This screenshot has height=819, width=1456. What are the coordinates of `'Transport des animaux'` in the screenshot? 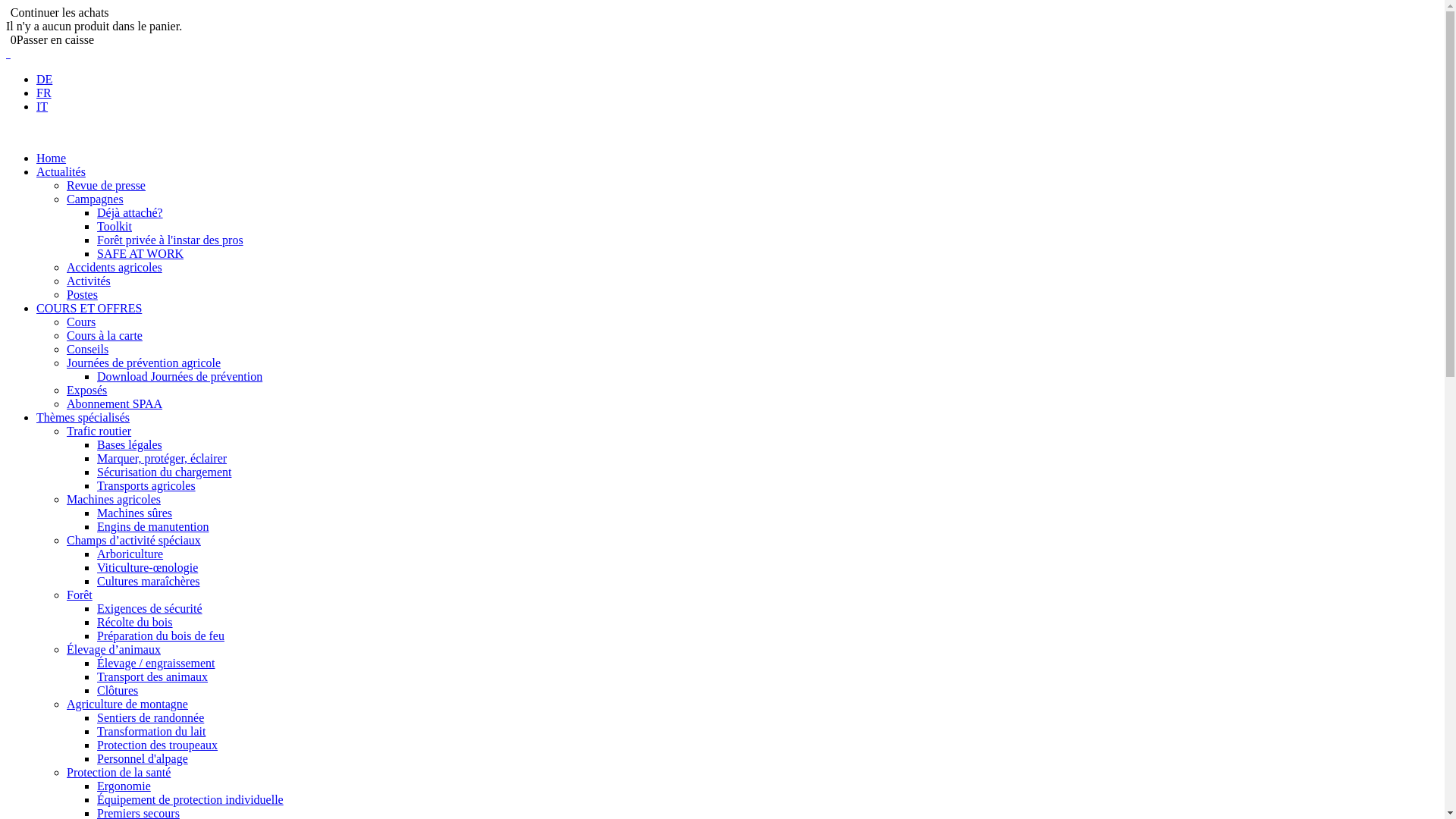 It's located at (152, 676).